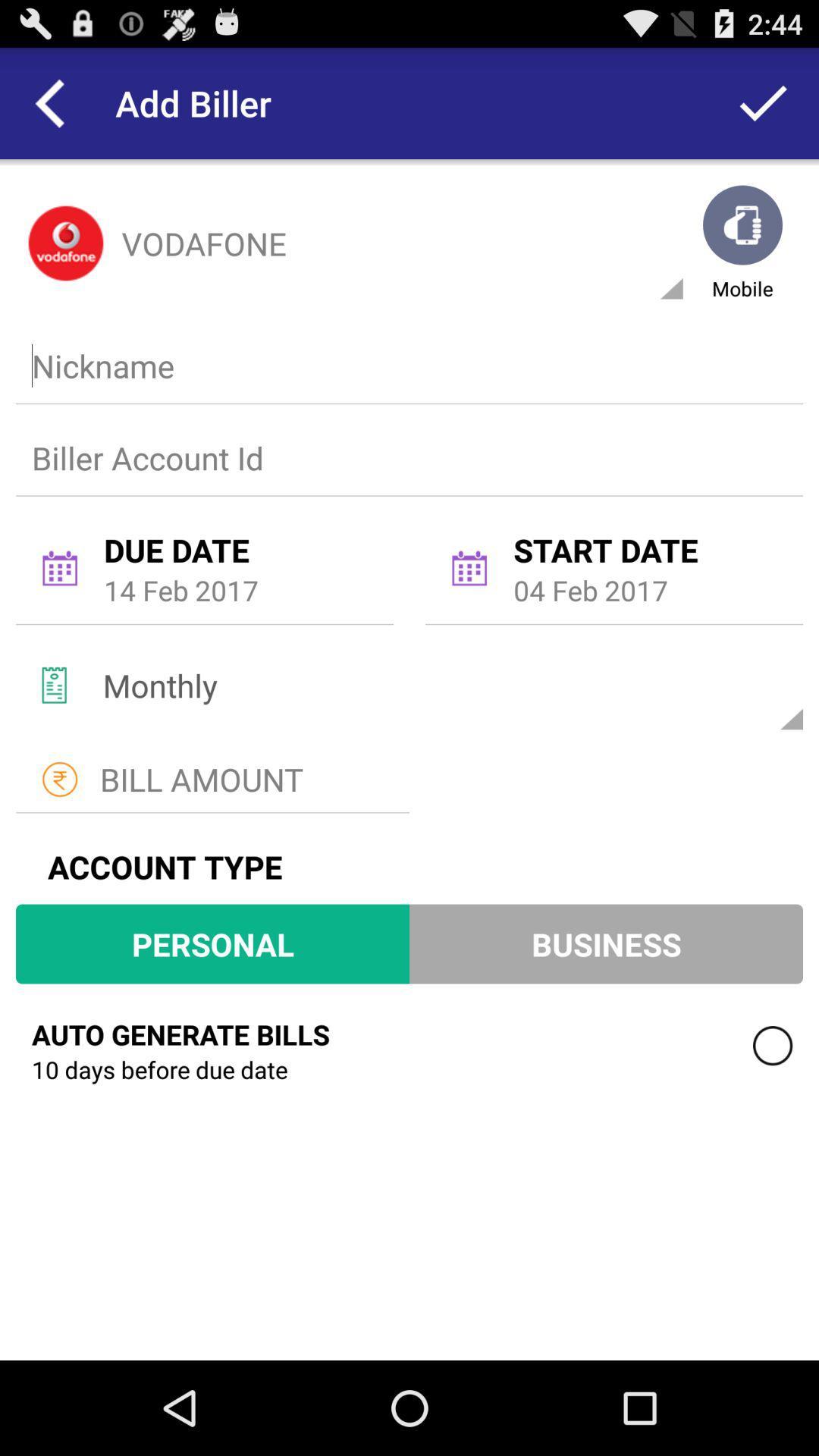 Image resolution: width=819 pixels, height=1456 pixels. Describe the element at coordinates (406, 366) in the screenshot. I see `the first text box which says nickname` at that location.